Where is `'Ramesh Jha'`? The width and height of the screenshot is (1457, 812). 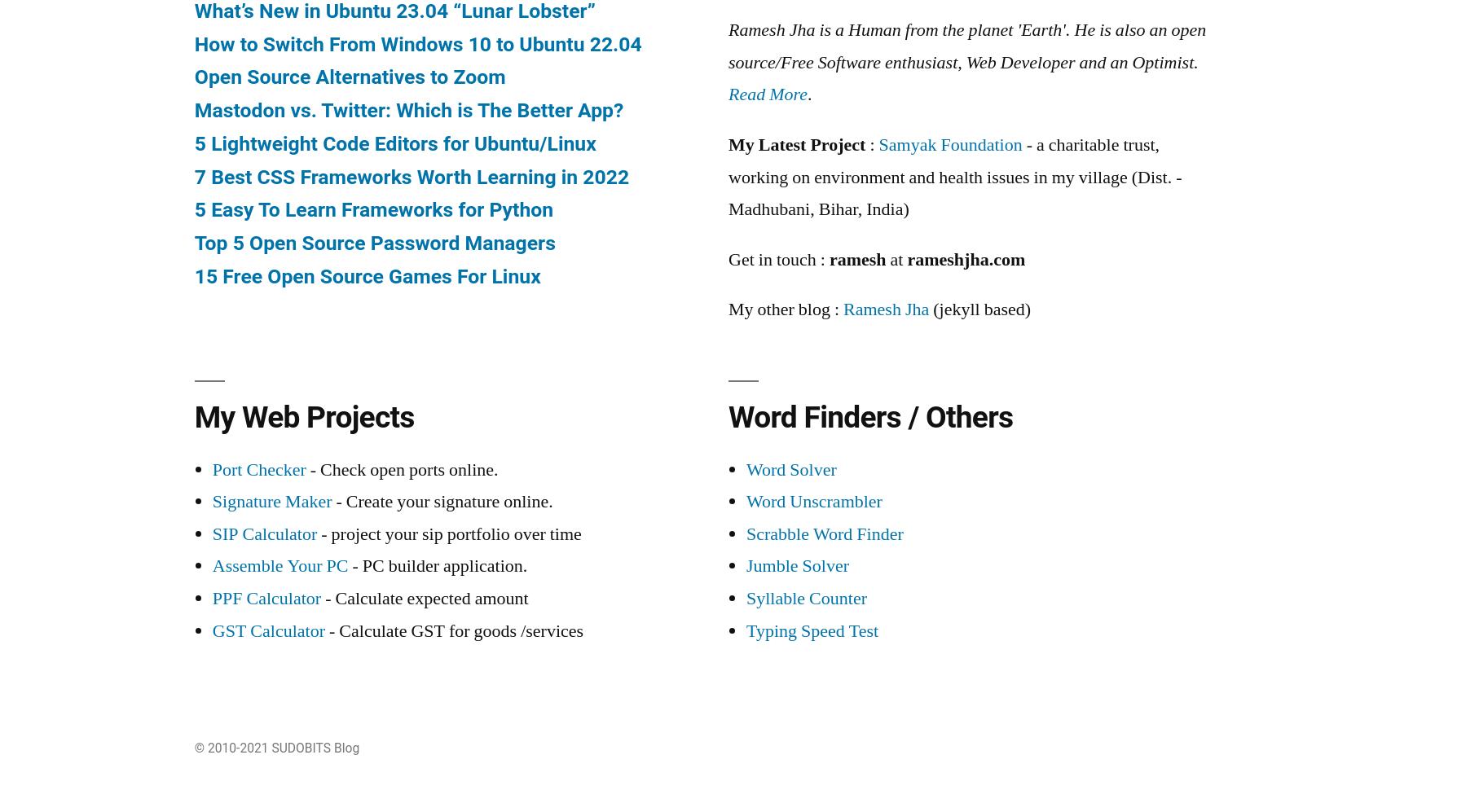
'Ramesh Jha' is located at coordinates (886, 309).